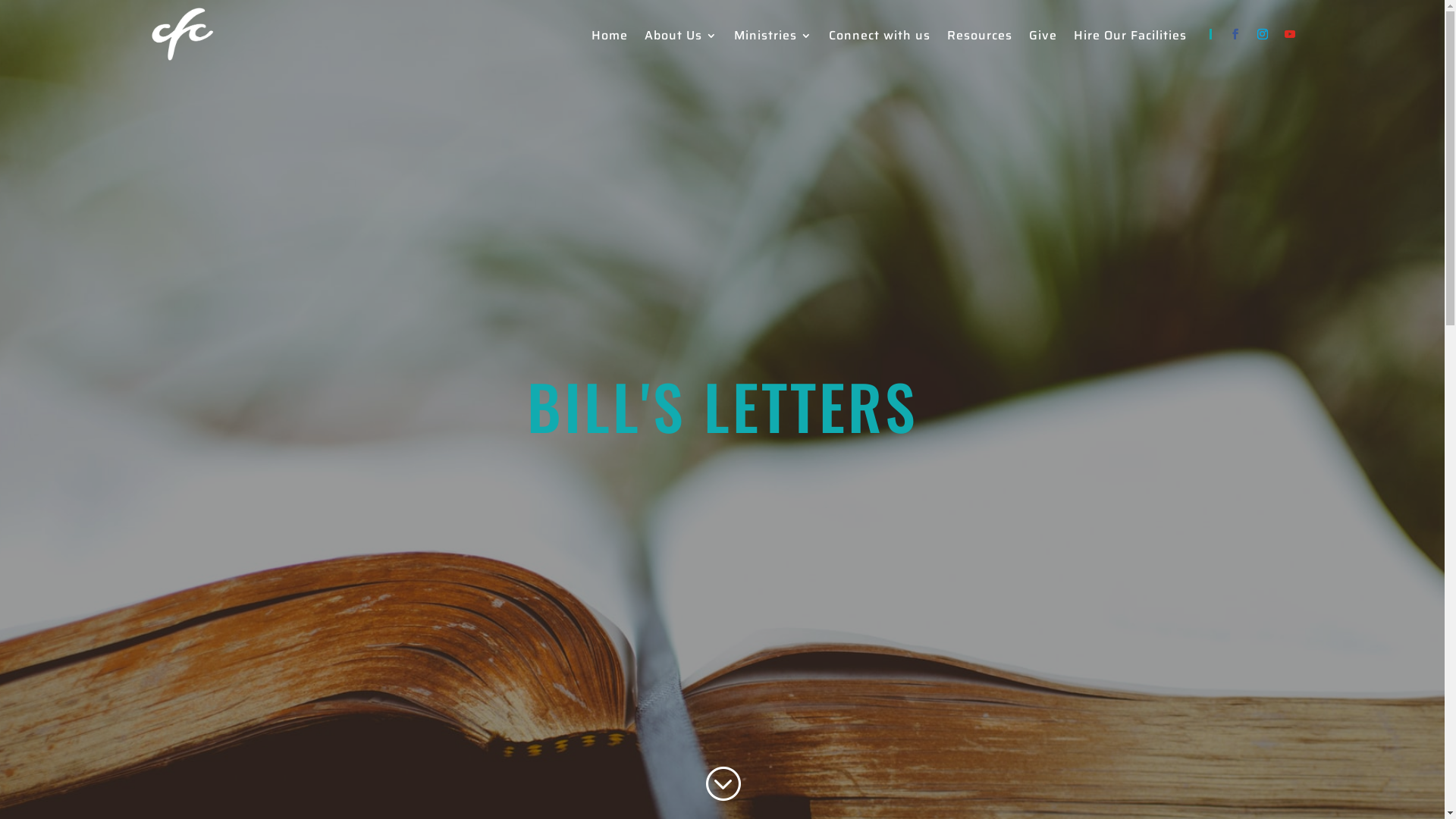  Describe the element at coordinates (1288, 34) in the screenshot. I see `'Follow on Youtube'` at that location.